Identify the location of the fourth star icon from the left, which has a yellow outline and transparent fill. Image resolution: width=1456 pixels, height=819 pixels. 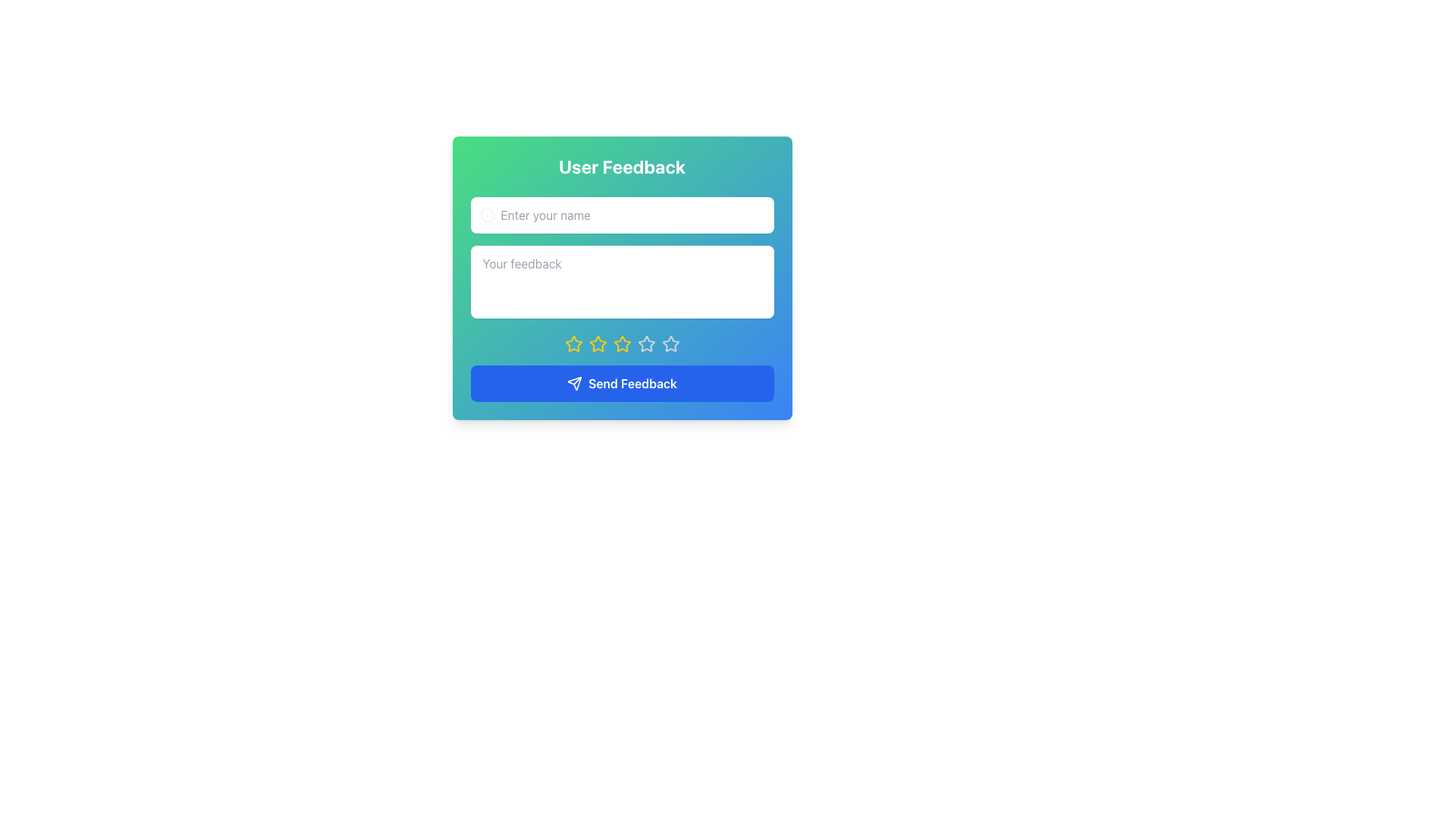
(622, 344).